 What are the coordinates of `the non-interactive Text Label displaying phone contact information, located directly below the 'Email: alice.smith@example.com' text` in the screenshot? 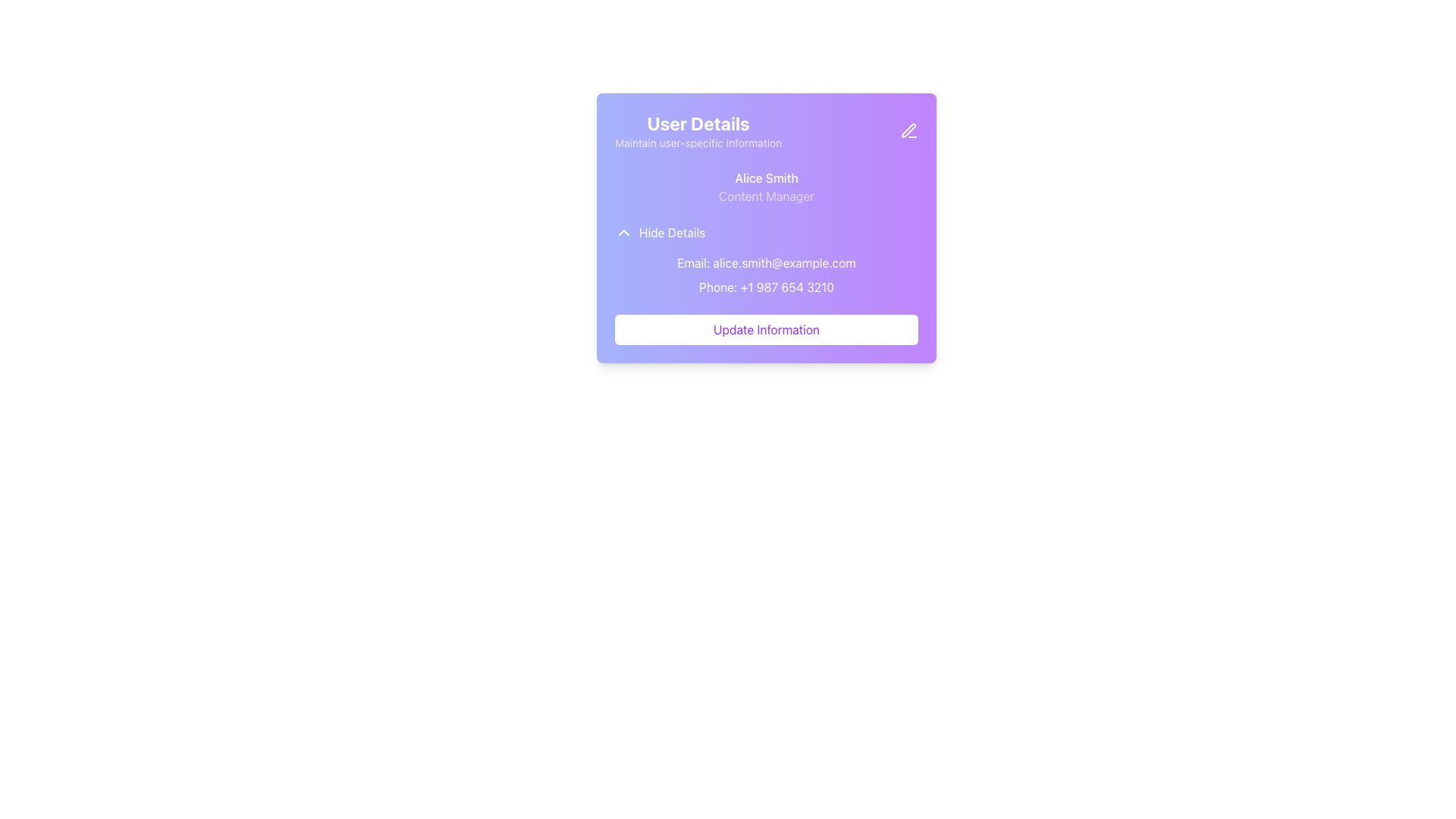 It's located at (767, 287).